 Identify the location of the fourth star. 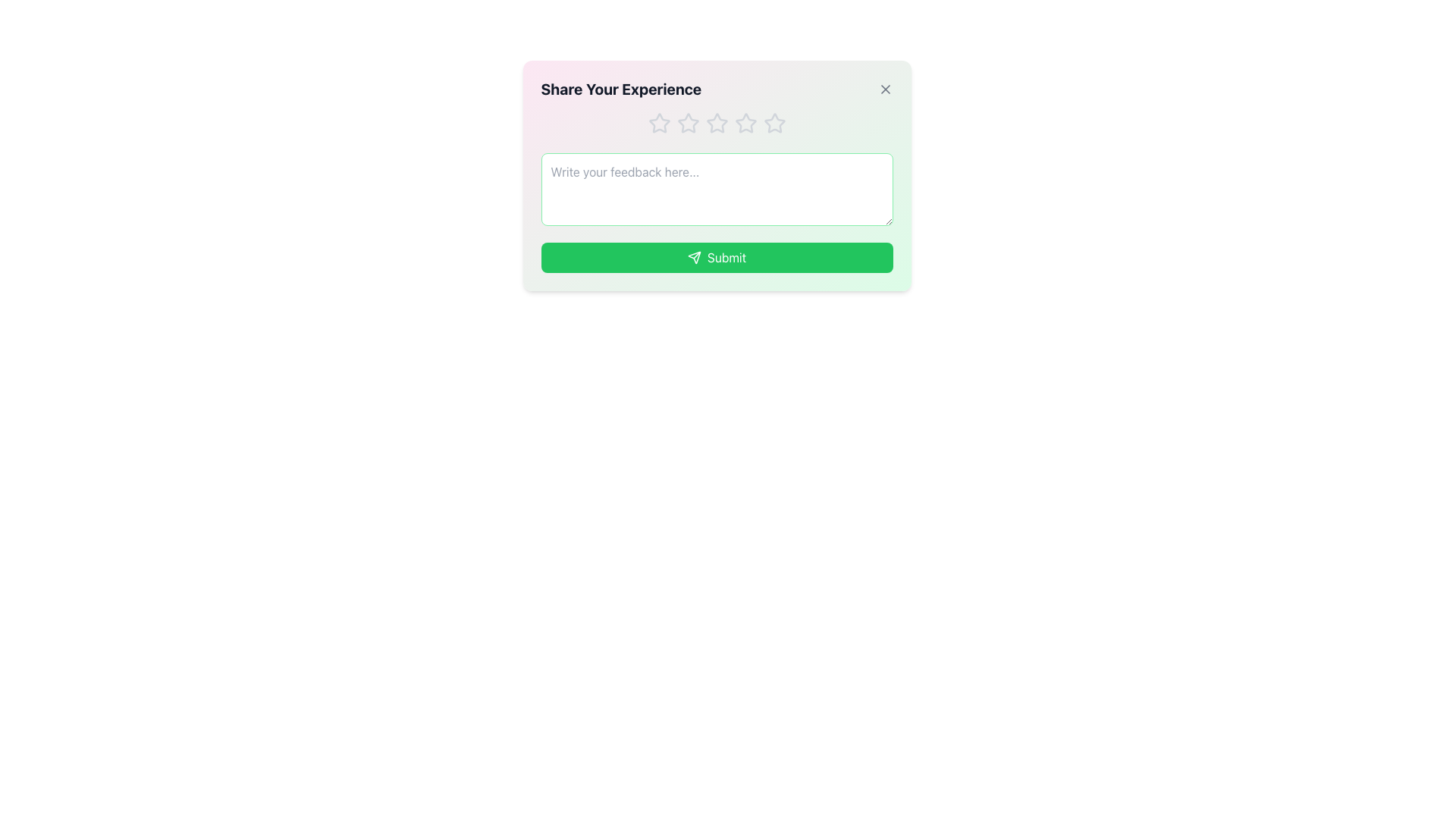
(745, 122).